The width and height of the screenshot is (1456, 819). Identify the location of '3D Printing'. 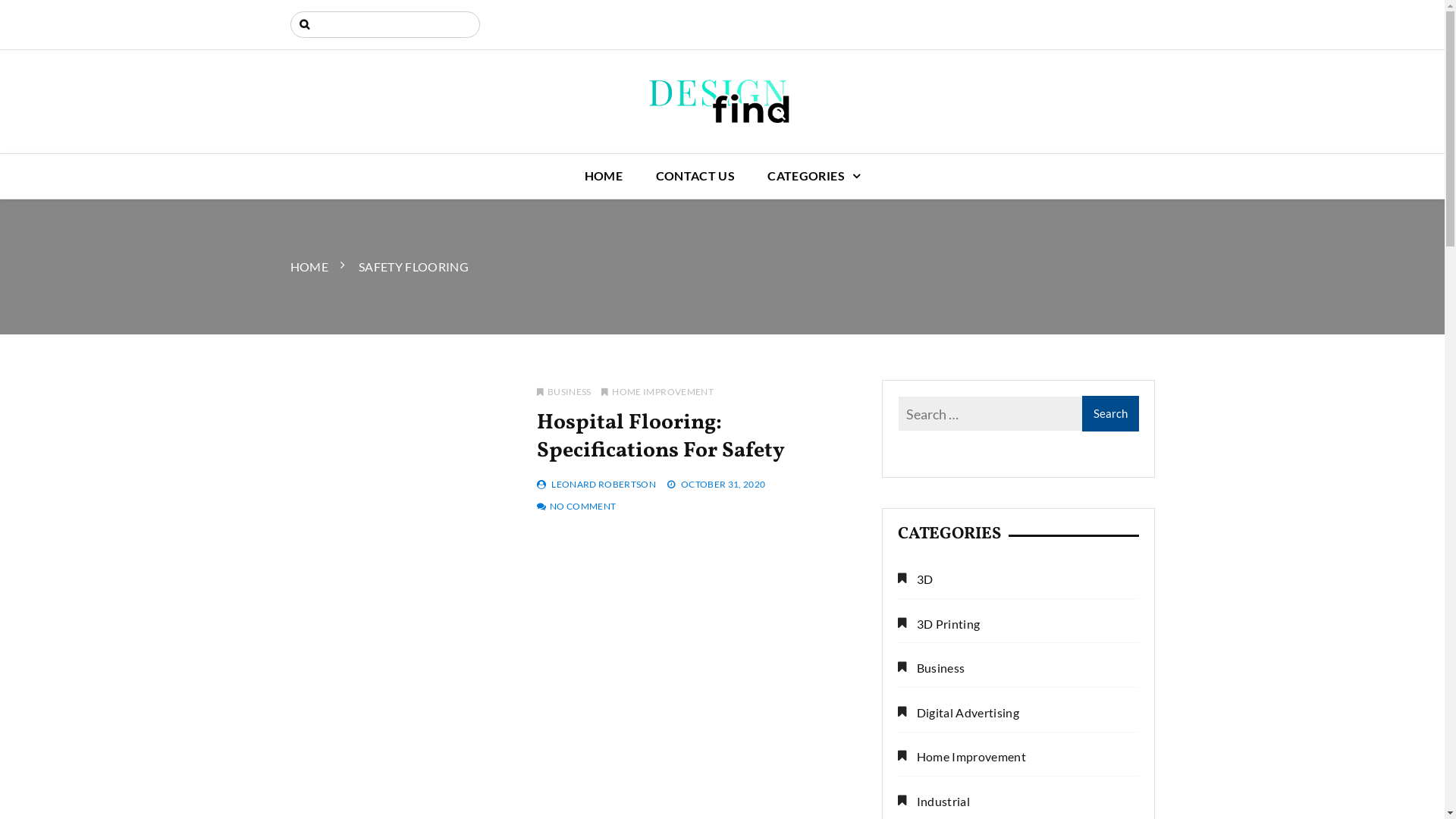
(938, 624).